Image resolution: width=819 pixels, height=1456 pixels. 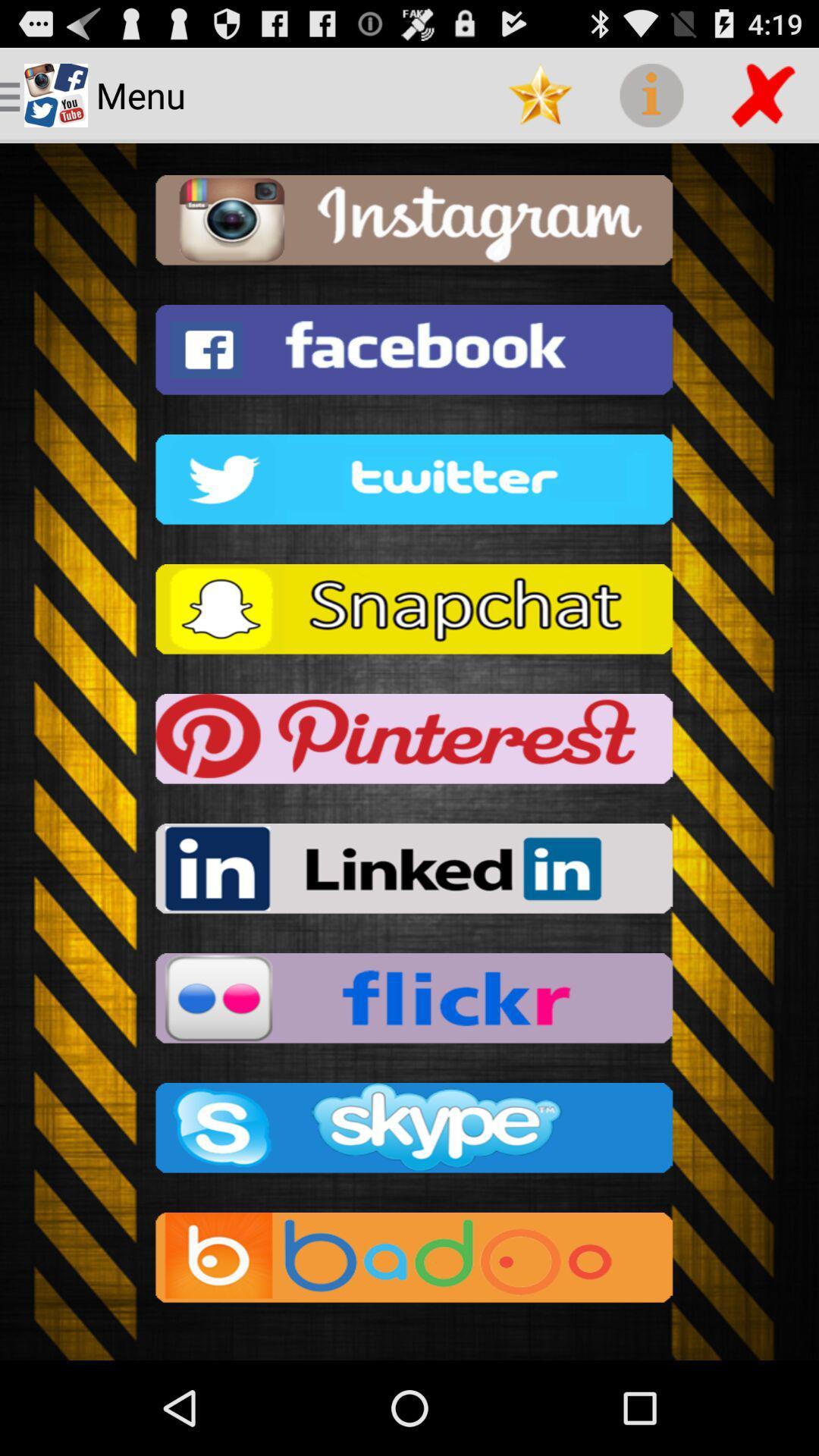 What do you see at coordinates (539, 94) in the screenshot?
I see `app to the right of the menu item` at bounding box center [539, 94].